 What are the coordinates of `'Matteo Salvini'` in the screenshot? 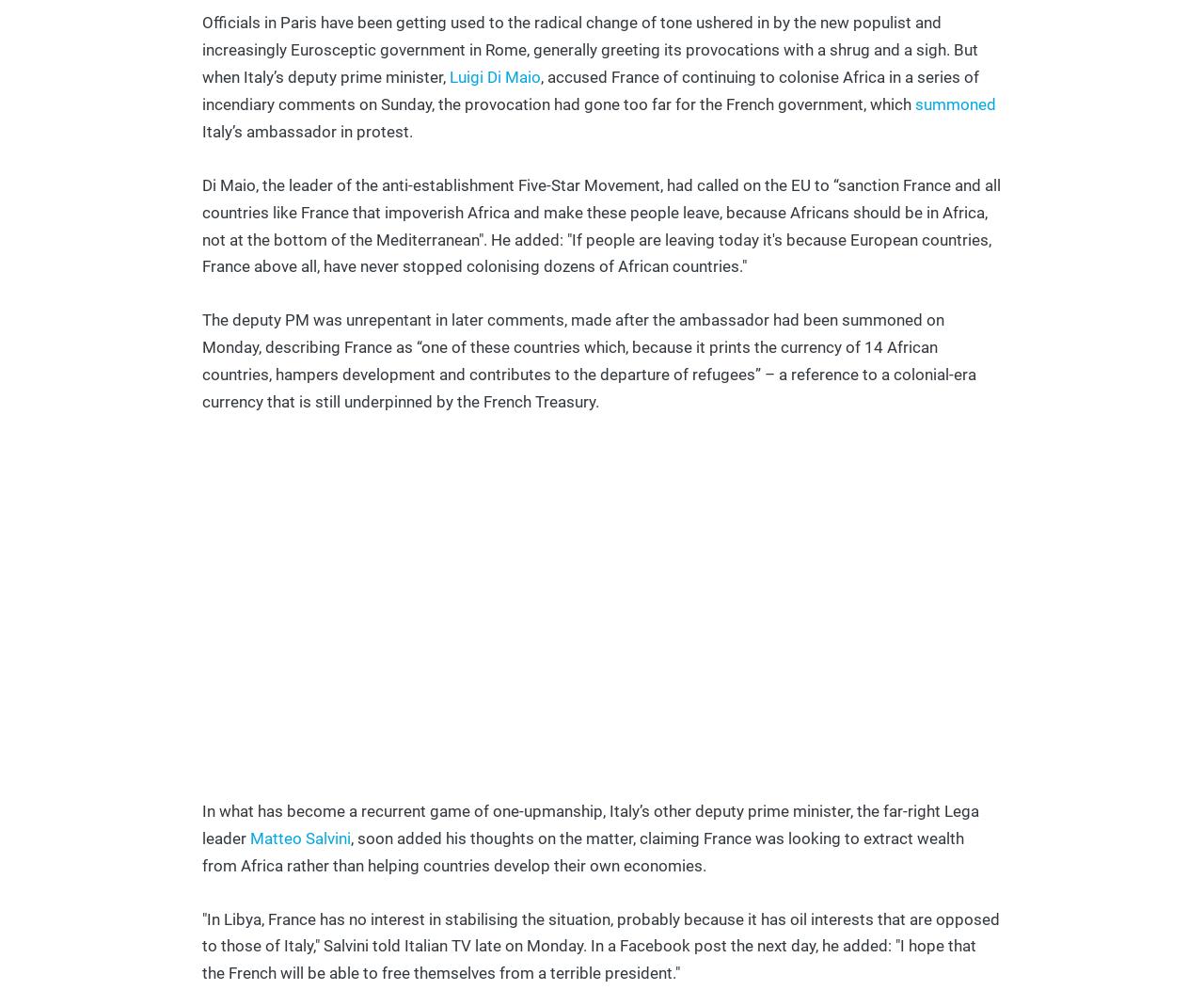 It's located at (248, 837).